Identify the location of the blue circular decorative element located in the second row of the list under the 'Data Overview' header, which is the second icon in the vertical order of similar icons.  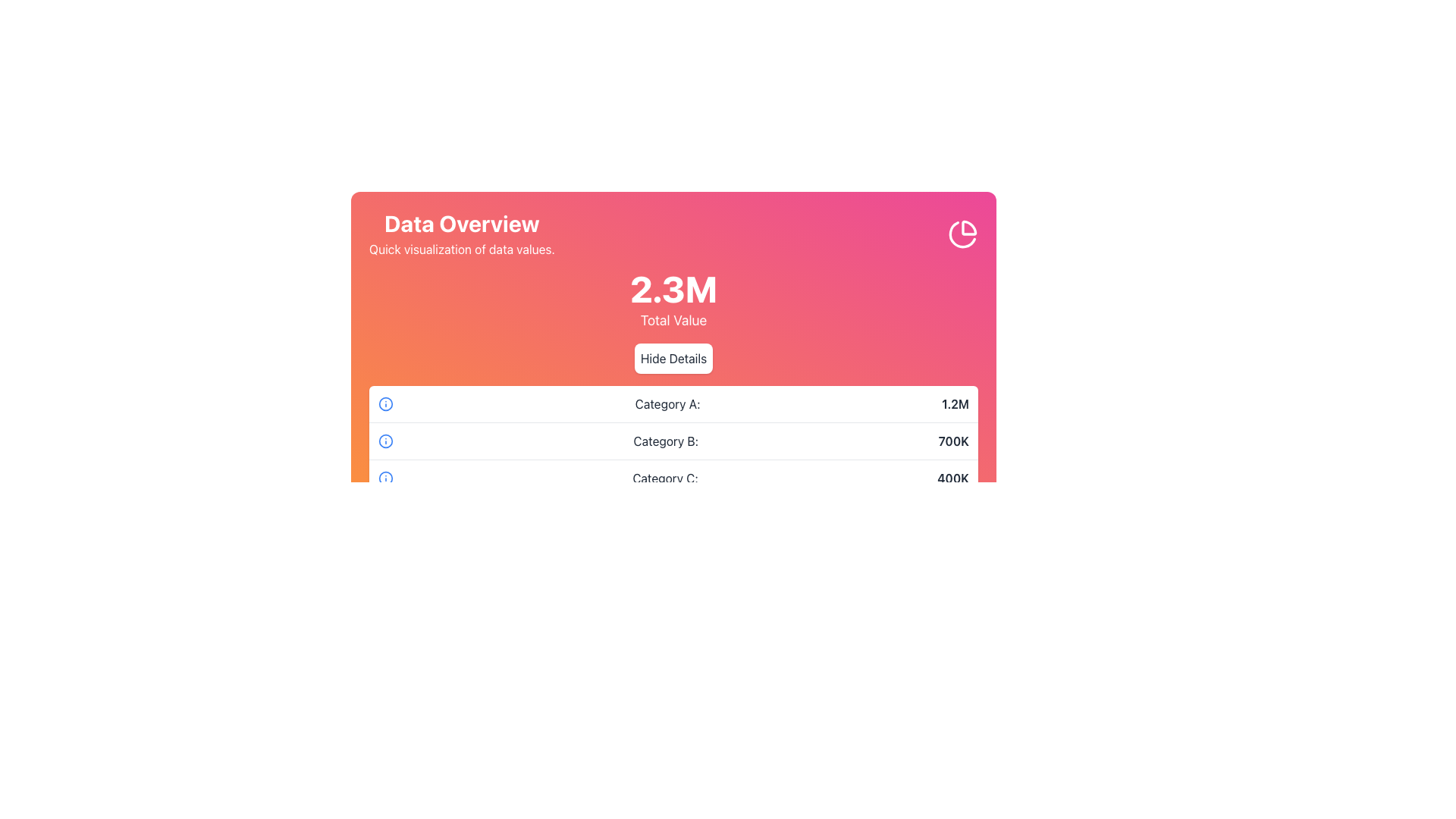
(385, 441).